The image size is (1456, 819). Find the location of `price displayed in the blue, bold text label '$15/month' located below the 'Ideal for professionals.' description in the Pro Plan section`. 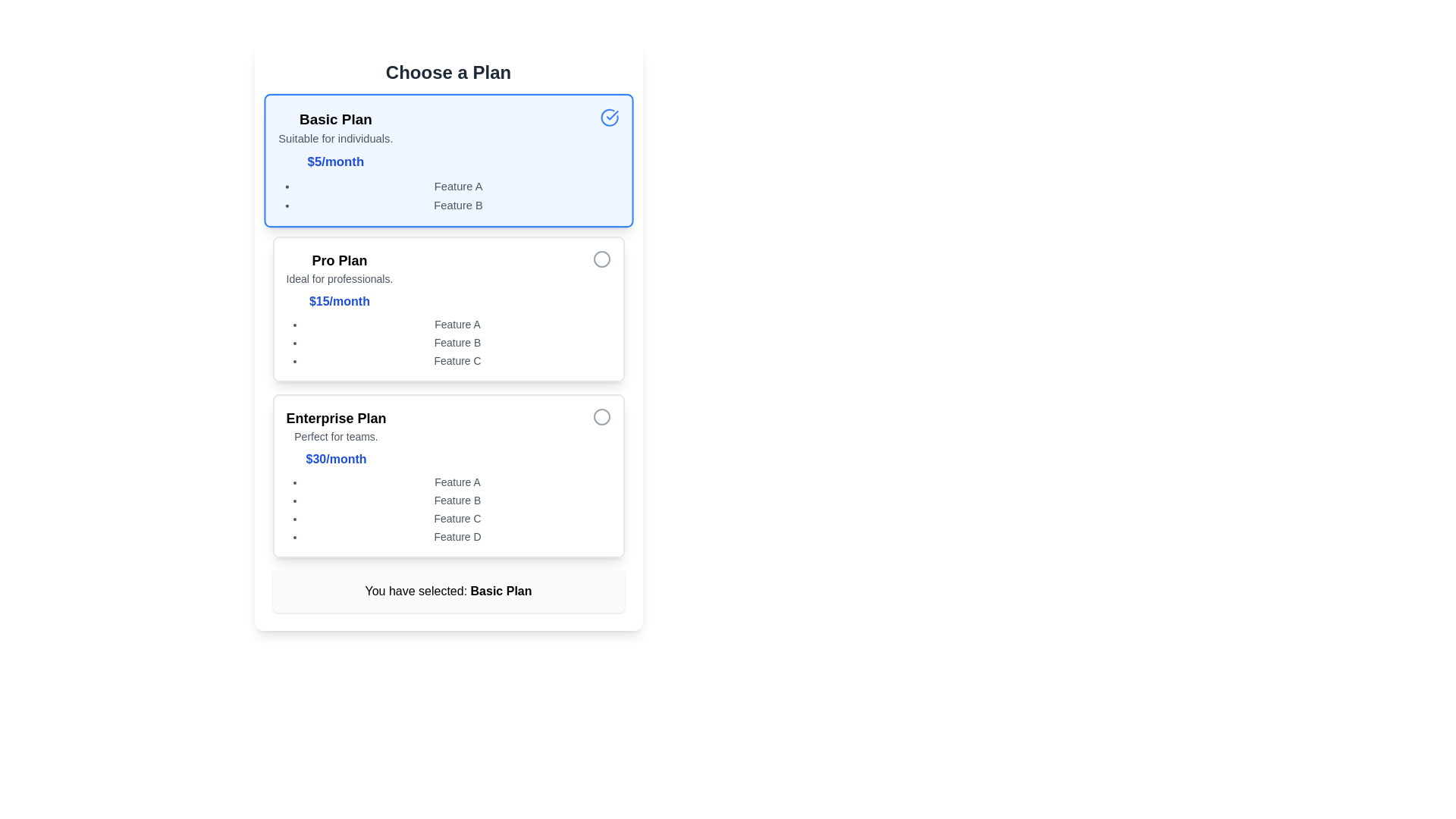

price displayed in the blue, bold text label '$15/month' located below the 'Ideal for professionals.' description in the Pro Plan section is located at coordinates (338, 301).